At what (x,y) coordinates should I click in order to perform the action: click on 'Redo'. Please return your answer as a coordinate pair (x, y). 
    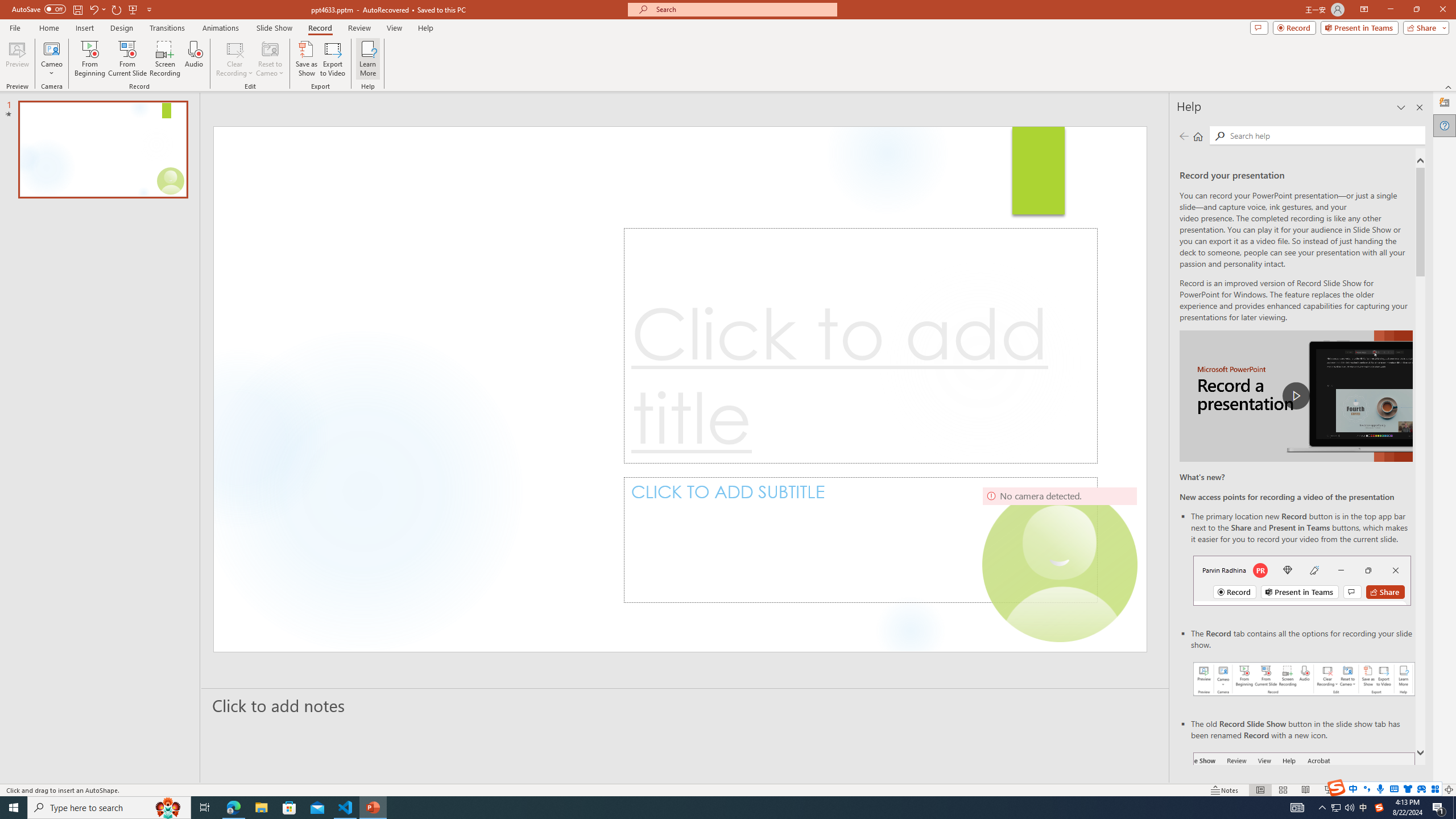
    Looking at the image, I should click on (117, 9).